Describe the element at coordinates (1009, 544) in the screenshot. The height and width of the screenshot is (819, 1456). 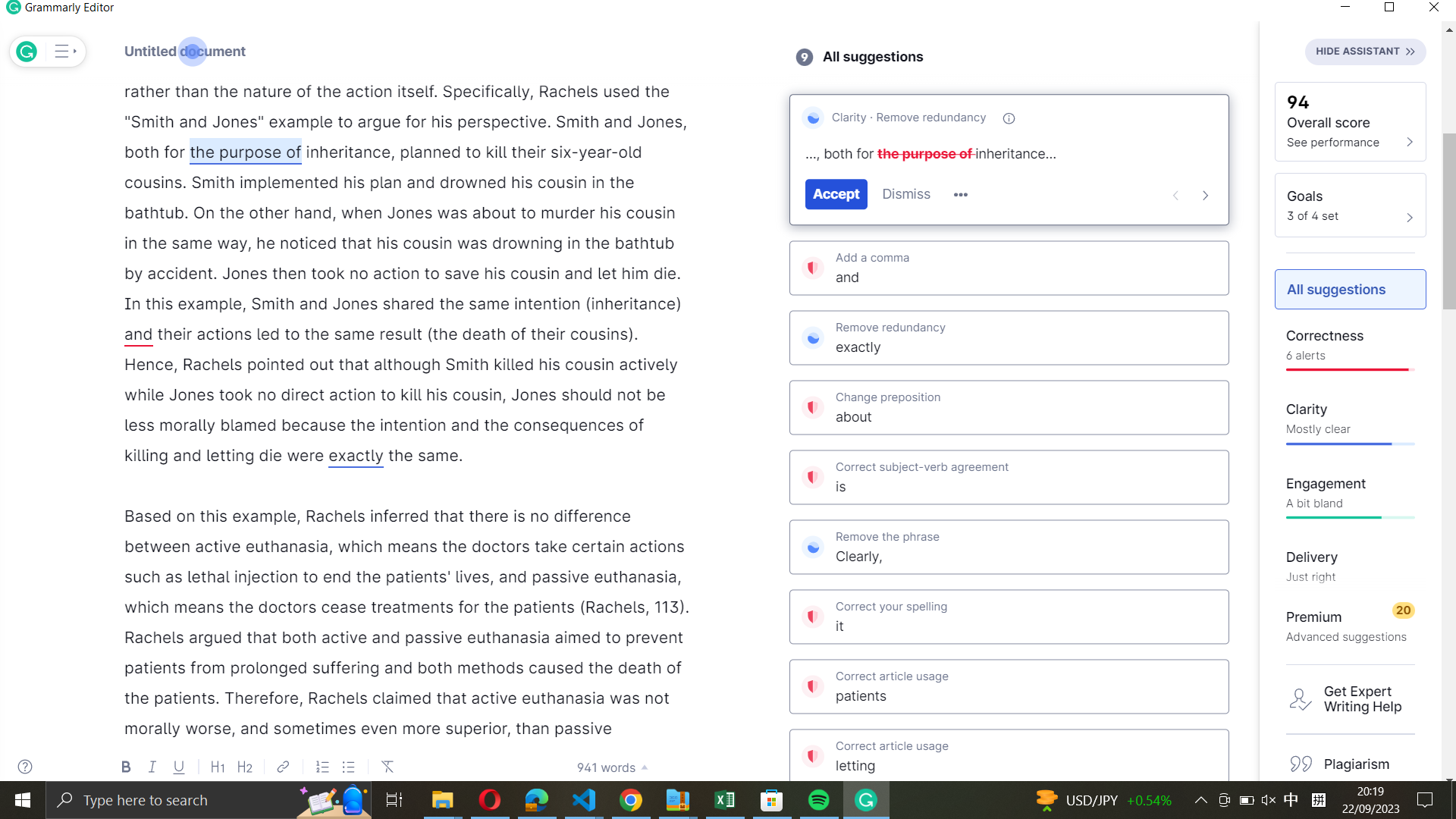
I see `Eliminate the term "clearly" from text document` at that location.